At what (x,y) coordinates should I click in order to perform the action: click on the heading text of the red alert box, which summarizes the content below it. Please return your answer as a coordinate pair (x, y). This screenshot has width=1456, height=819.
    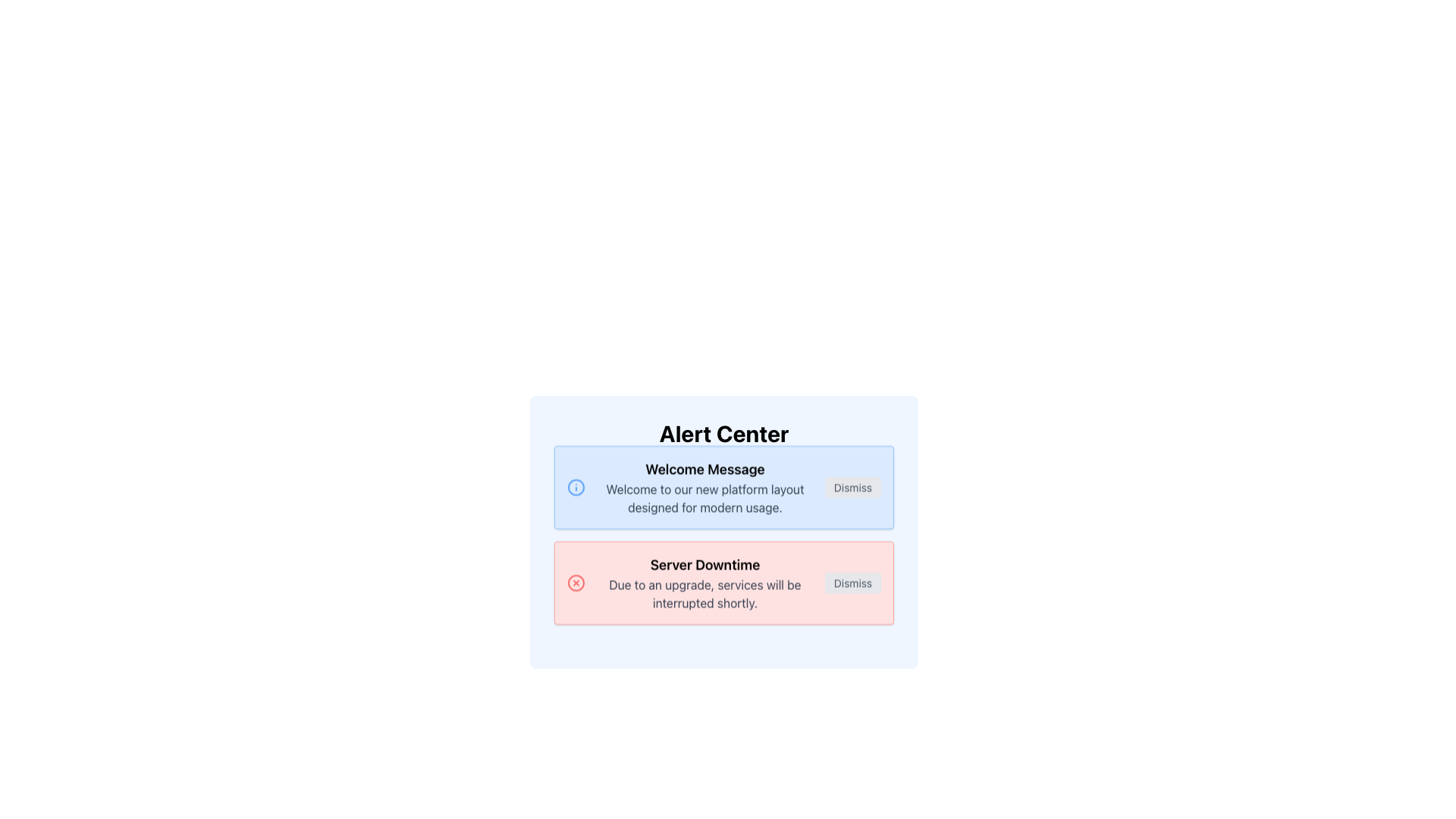
    Looking at the image, I should click on (704, 578).